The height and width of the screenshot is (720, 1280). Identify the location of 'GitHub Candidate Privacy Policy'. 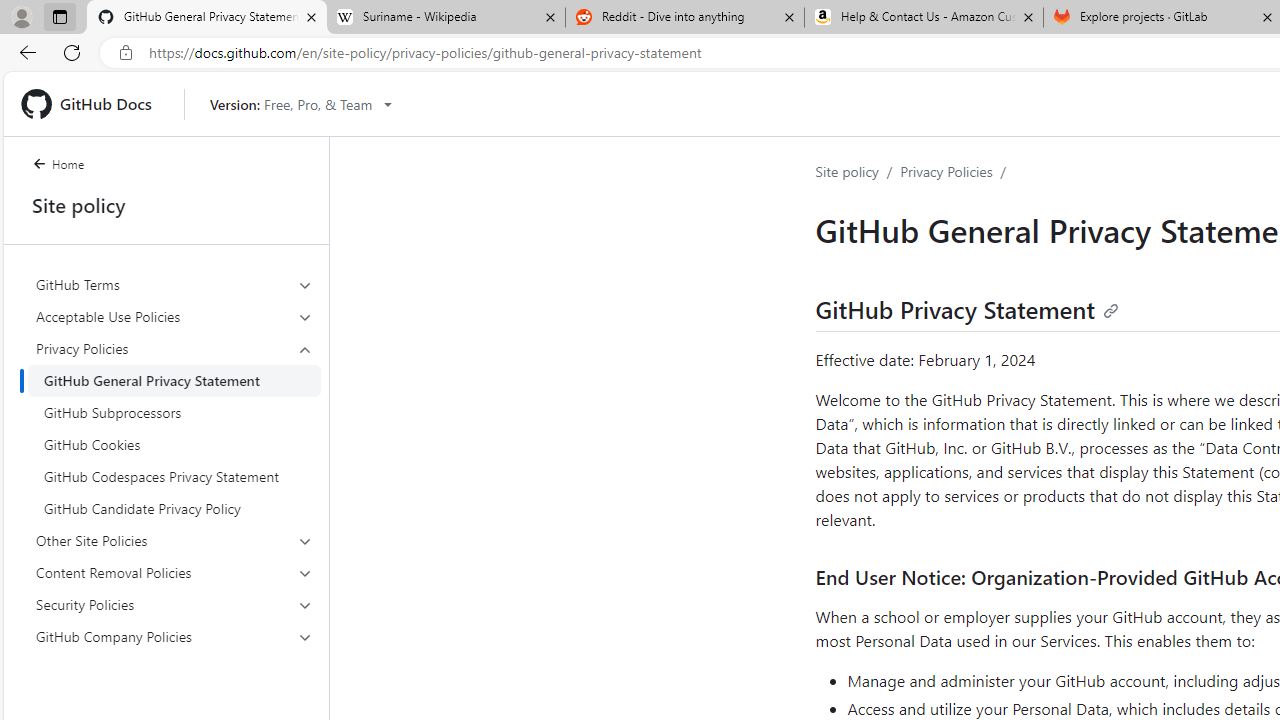
(174, 508).